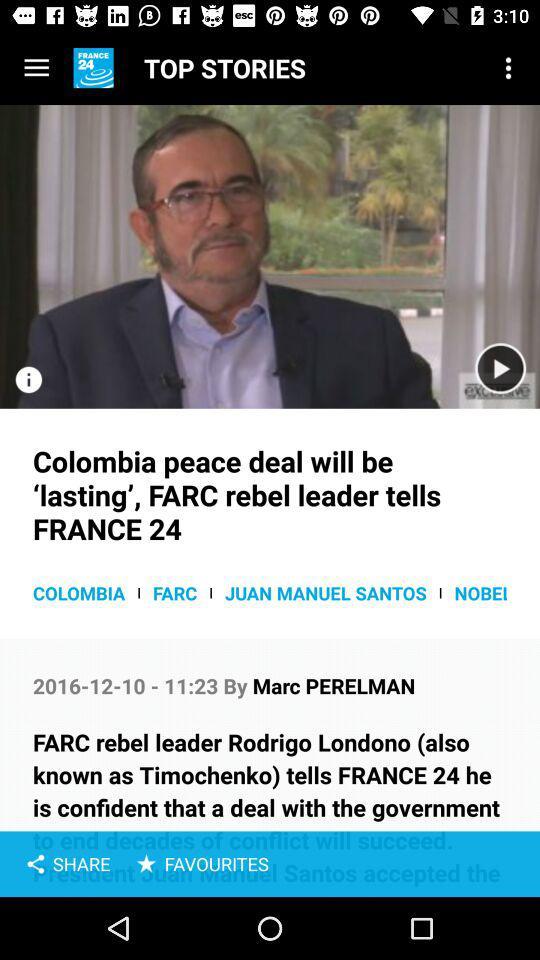 The height and width of the screenshot is (960, 540). I want to click on watch video, so click(270, 255).